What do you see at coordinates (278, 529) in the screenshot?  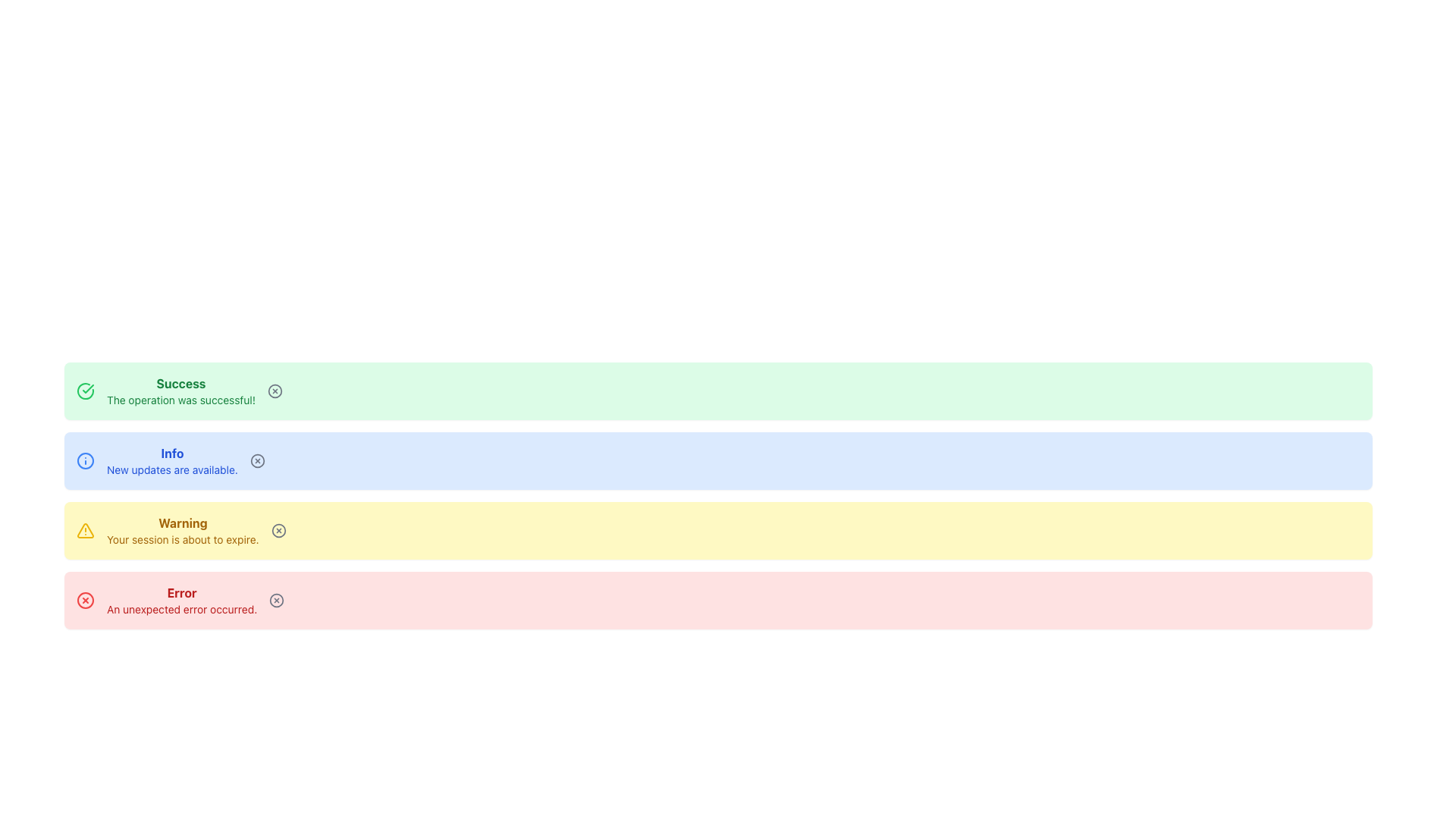 I see `the circular boundary of the close icon located at the right side of the yellow warning alert box` at bounding box center [278, 529].